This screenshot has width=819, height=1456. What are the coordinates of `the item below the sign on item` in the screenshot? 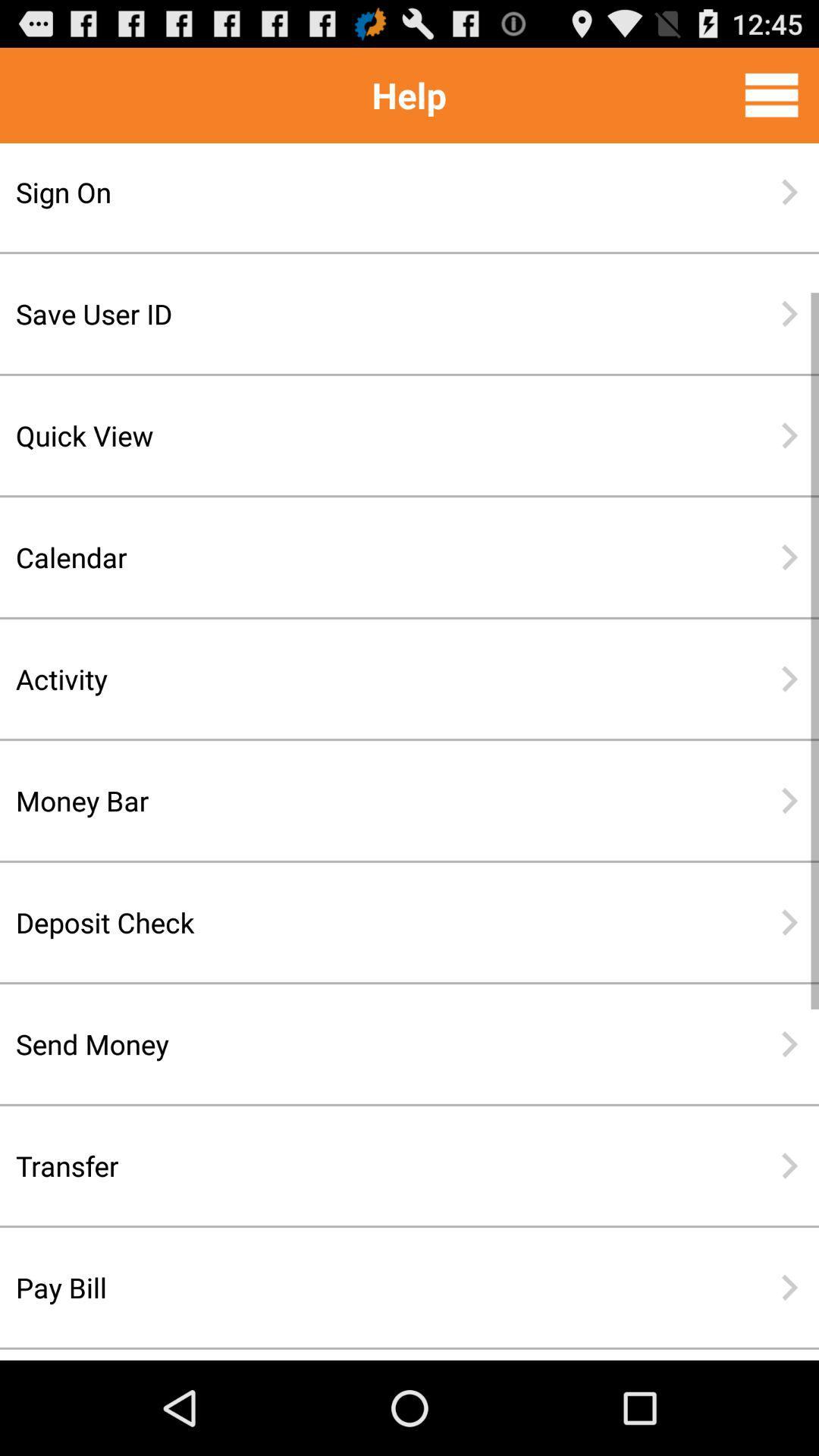 It's located at (360, 312).